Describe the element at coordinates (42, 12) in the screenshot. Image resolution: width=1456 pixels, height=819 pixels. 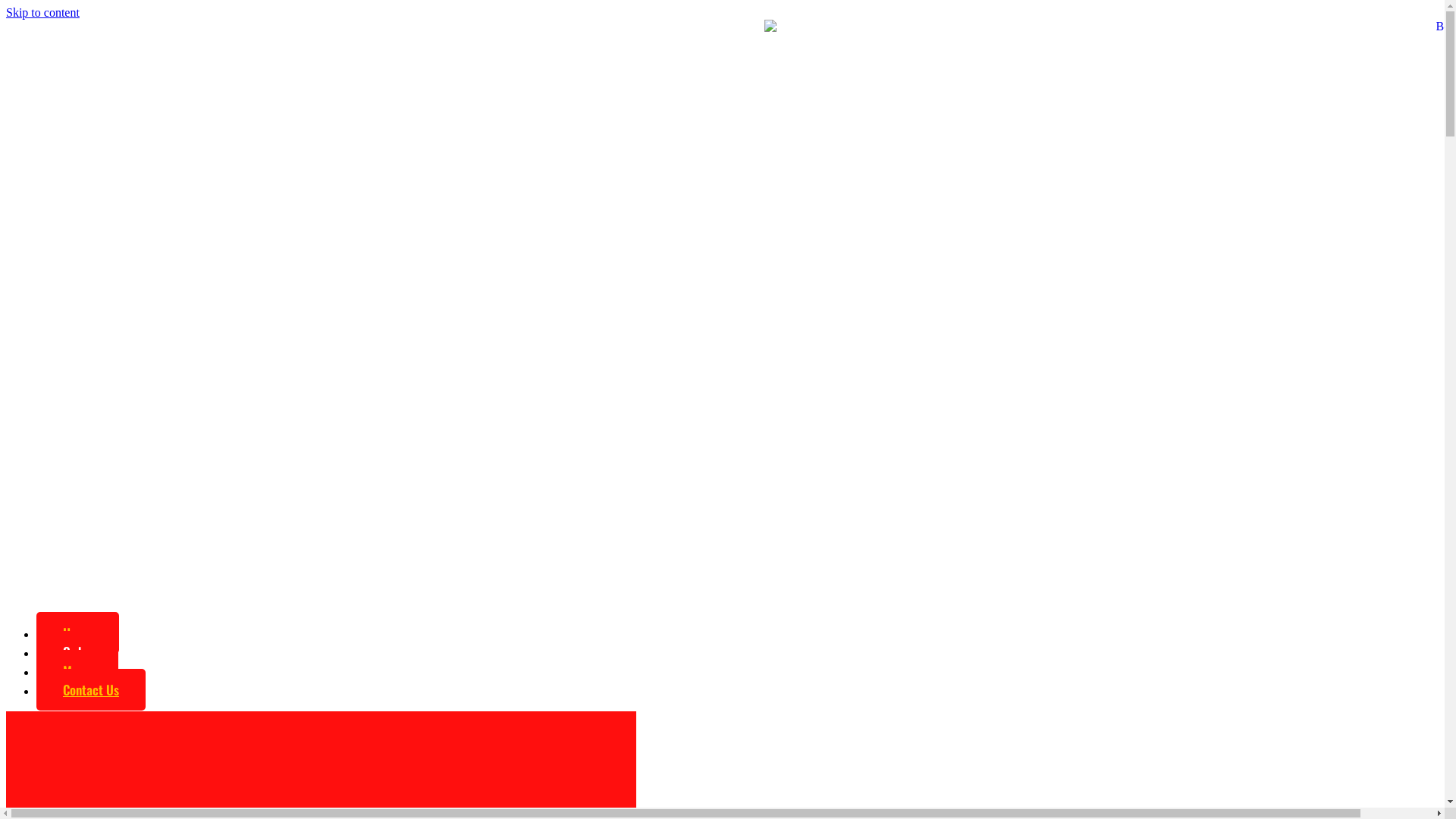
I see `'Skip to content'` at that location.